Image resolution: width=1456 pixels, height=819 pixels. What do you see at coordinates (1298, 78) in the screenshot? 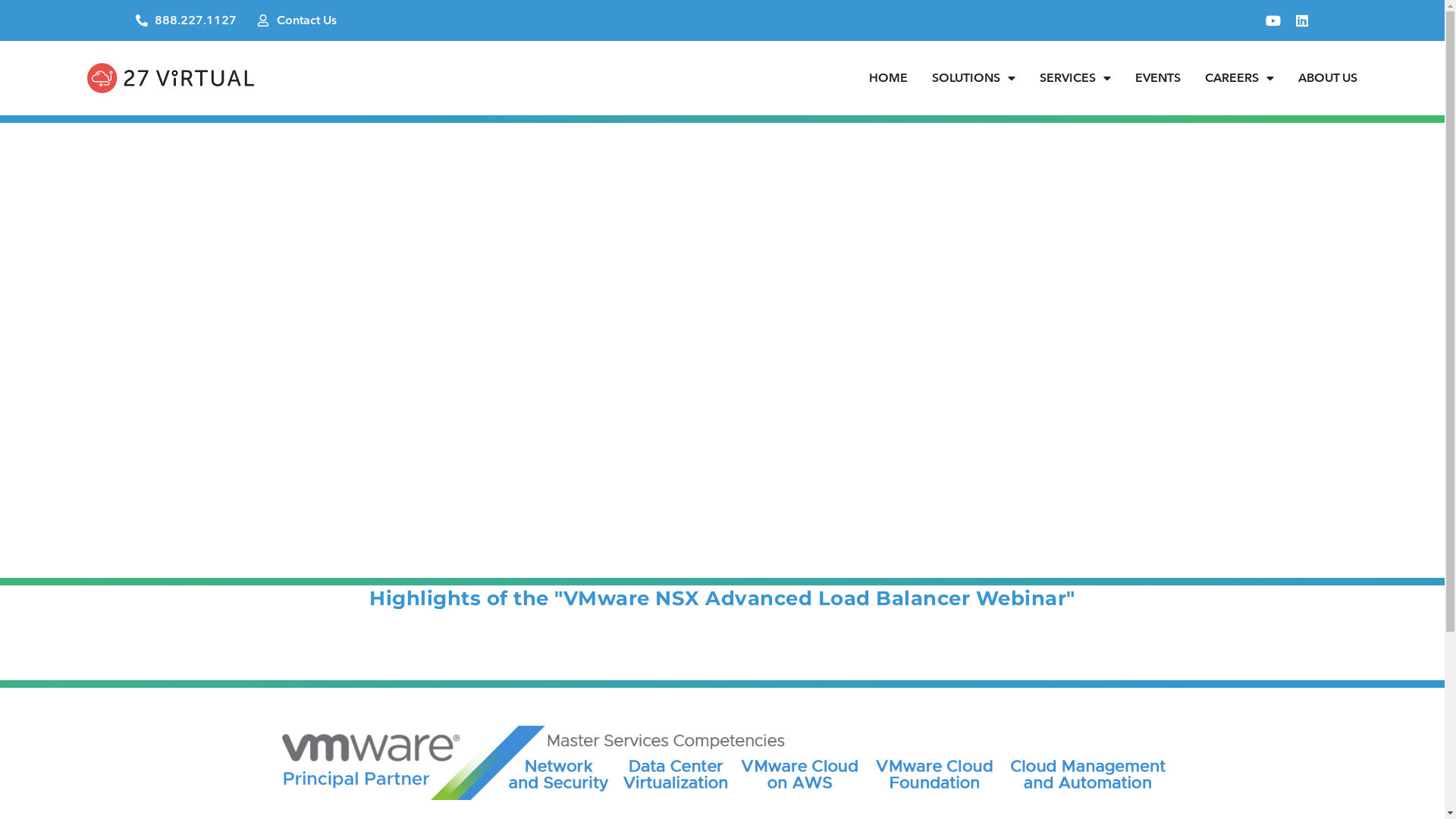
I see `'ABOUT US'` at bounding box center [1298, 78].